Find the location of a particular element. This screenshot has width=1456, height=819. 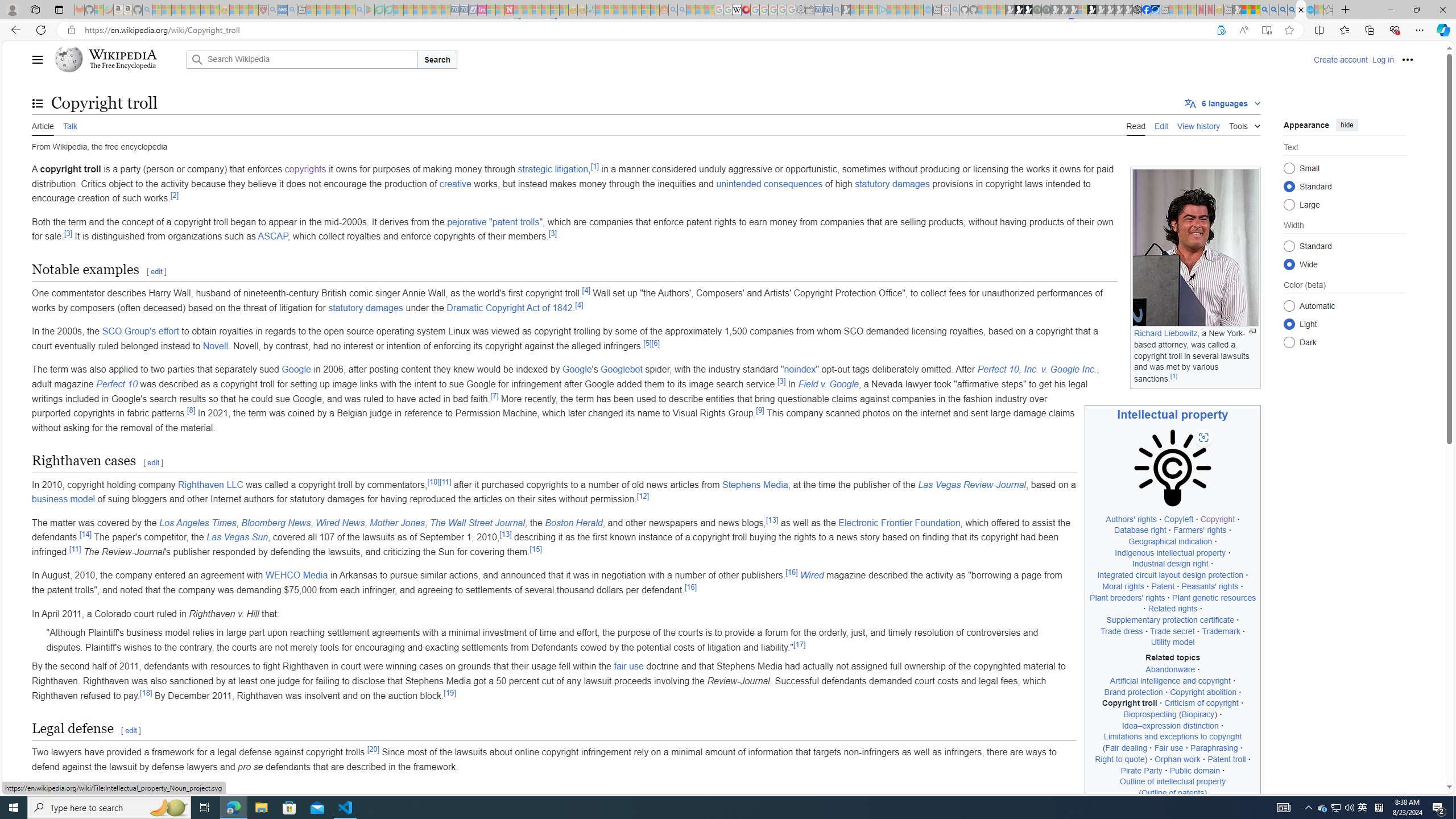

'Geographical indication' is located at coordinates (1170, 541).